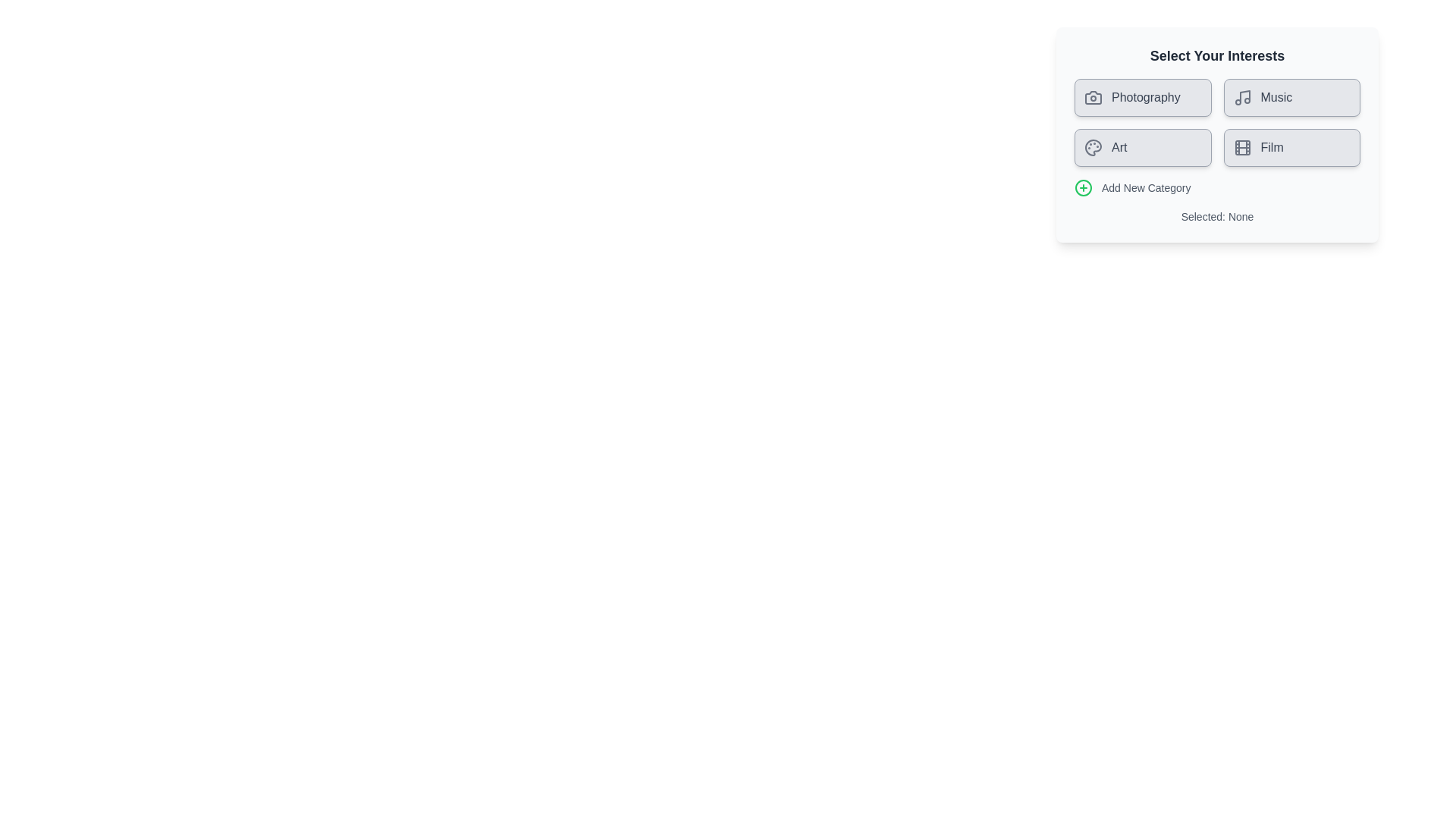  Describe the element at coordinates (1291, 97) in the screenshot. I see `the category chip labeled Music` at that location.